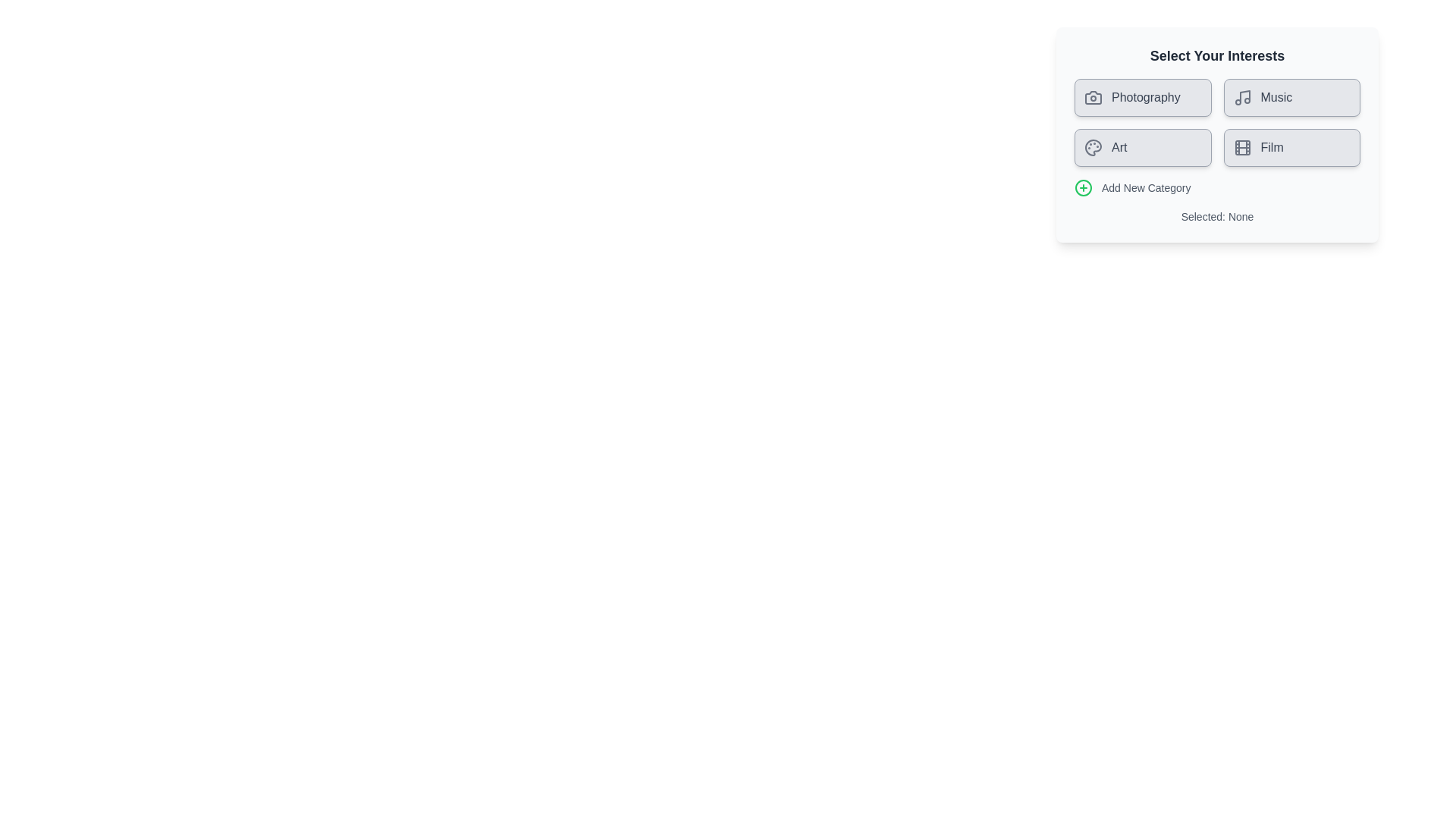  Describe the element at coordinates (1291, 97) in the screenshot. I see `the category chip labeled Music` at that location.